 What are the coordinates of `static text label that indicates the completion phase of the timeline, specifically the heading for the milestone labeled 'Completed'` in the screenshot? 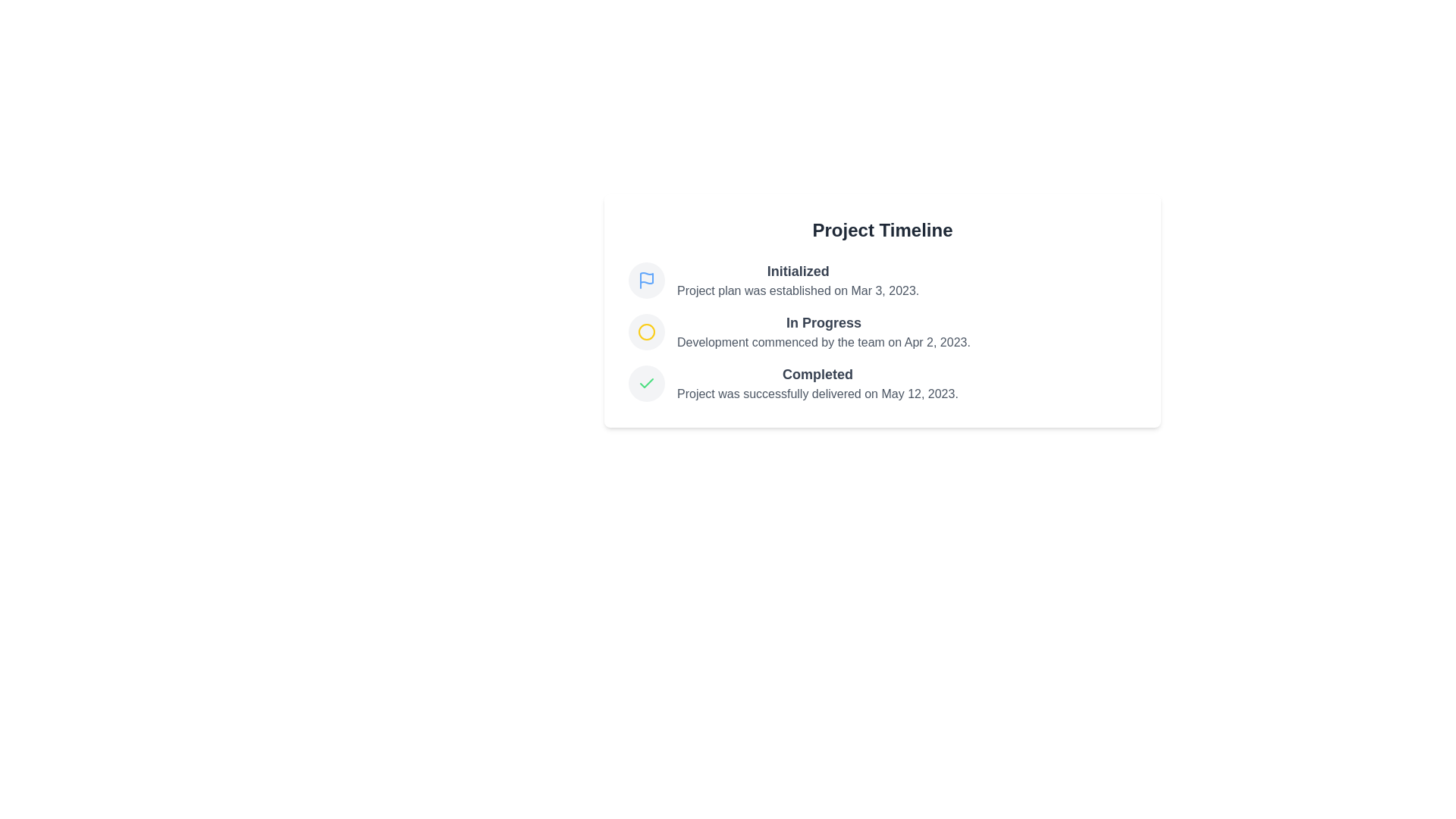 It's located at (817, 374).